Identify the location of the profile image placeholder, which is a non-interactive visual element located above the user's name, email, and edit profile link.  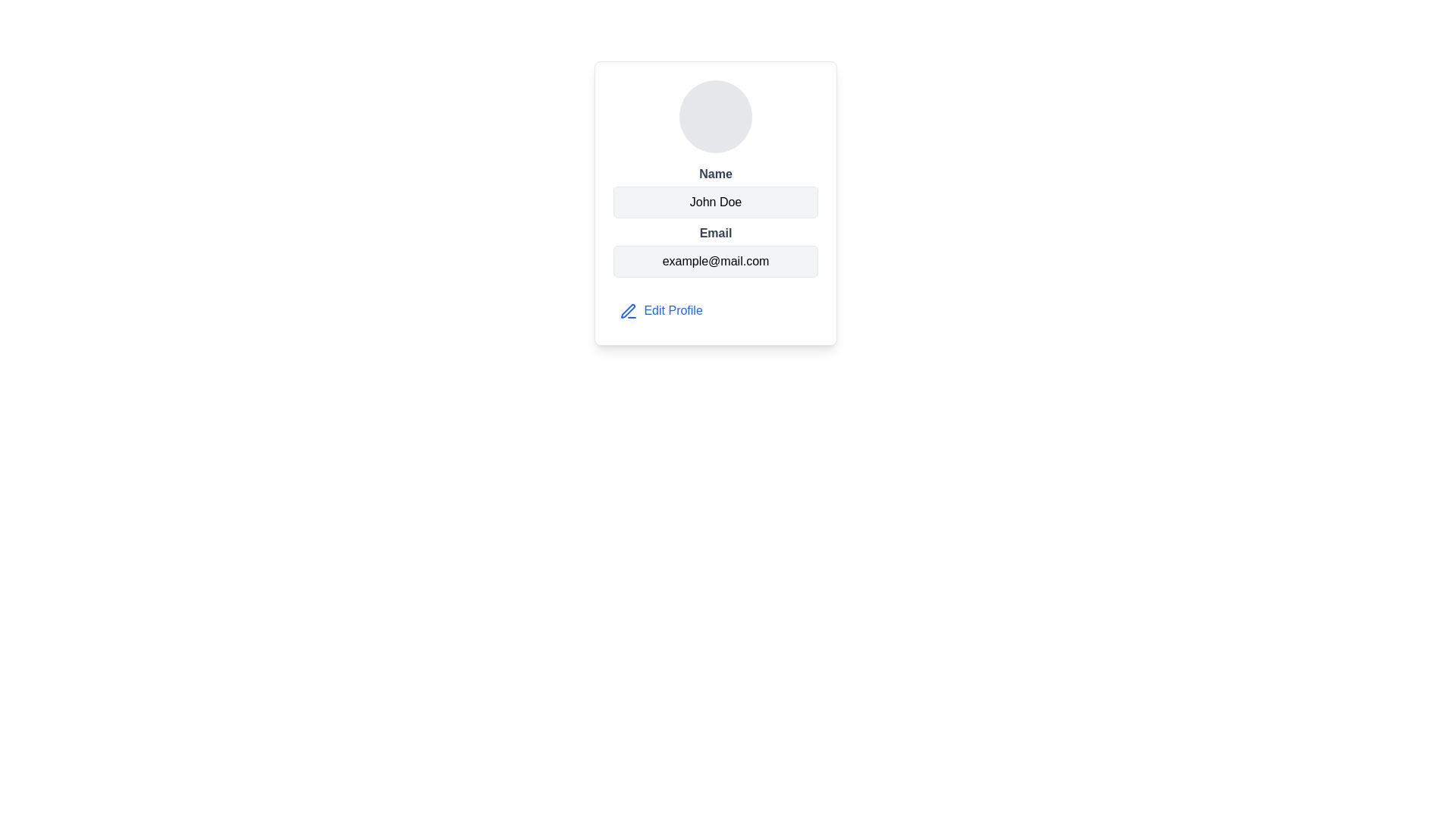
(715, 116).